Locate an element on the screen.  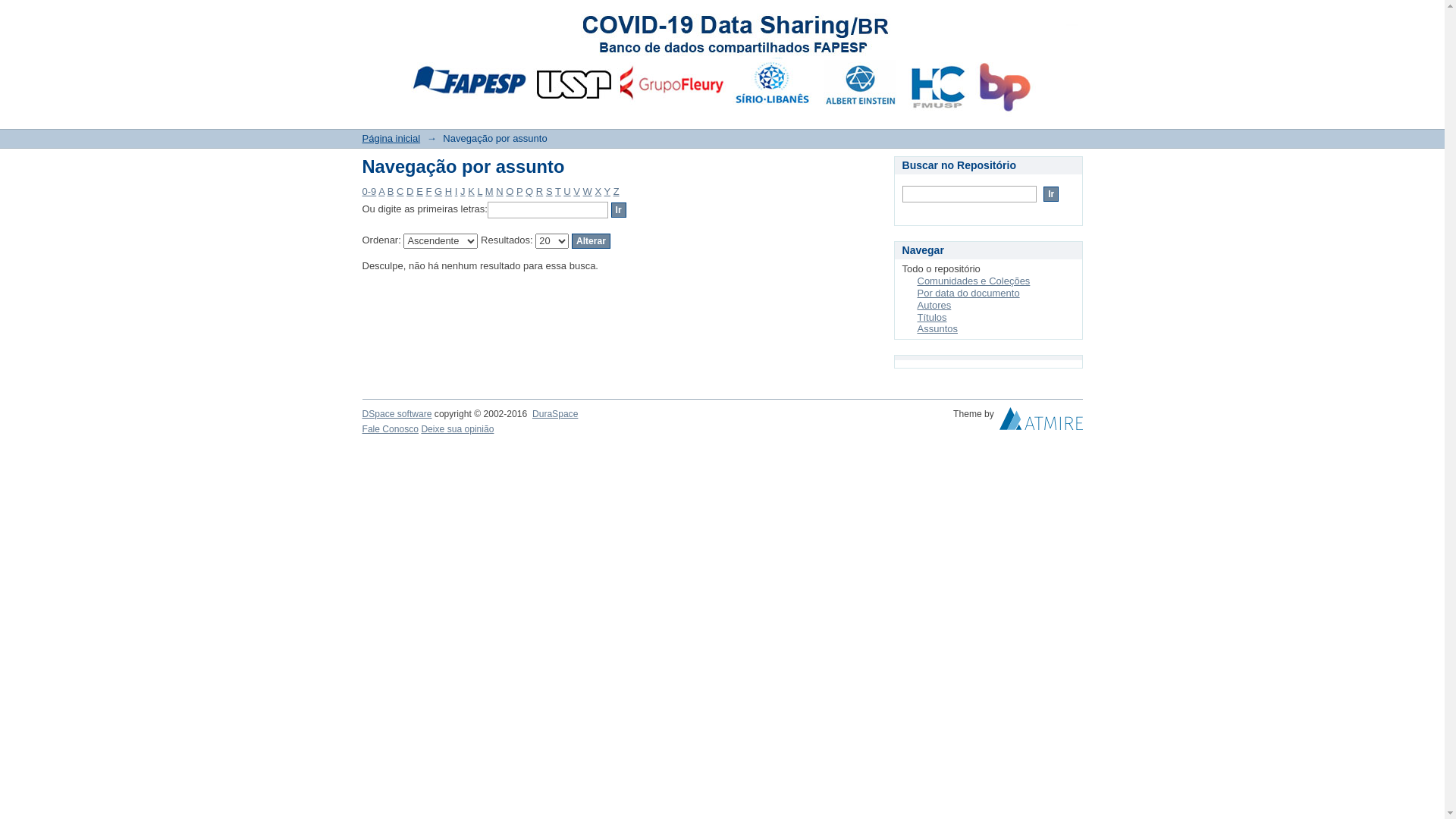
'K' is located at coordinates (470, 190).